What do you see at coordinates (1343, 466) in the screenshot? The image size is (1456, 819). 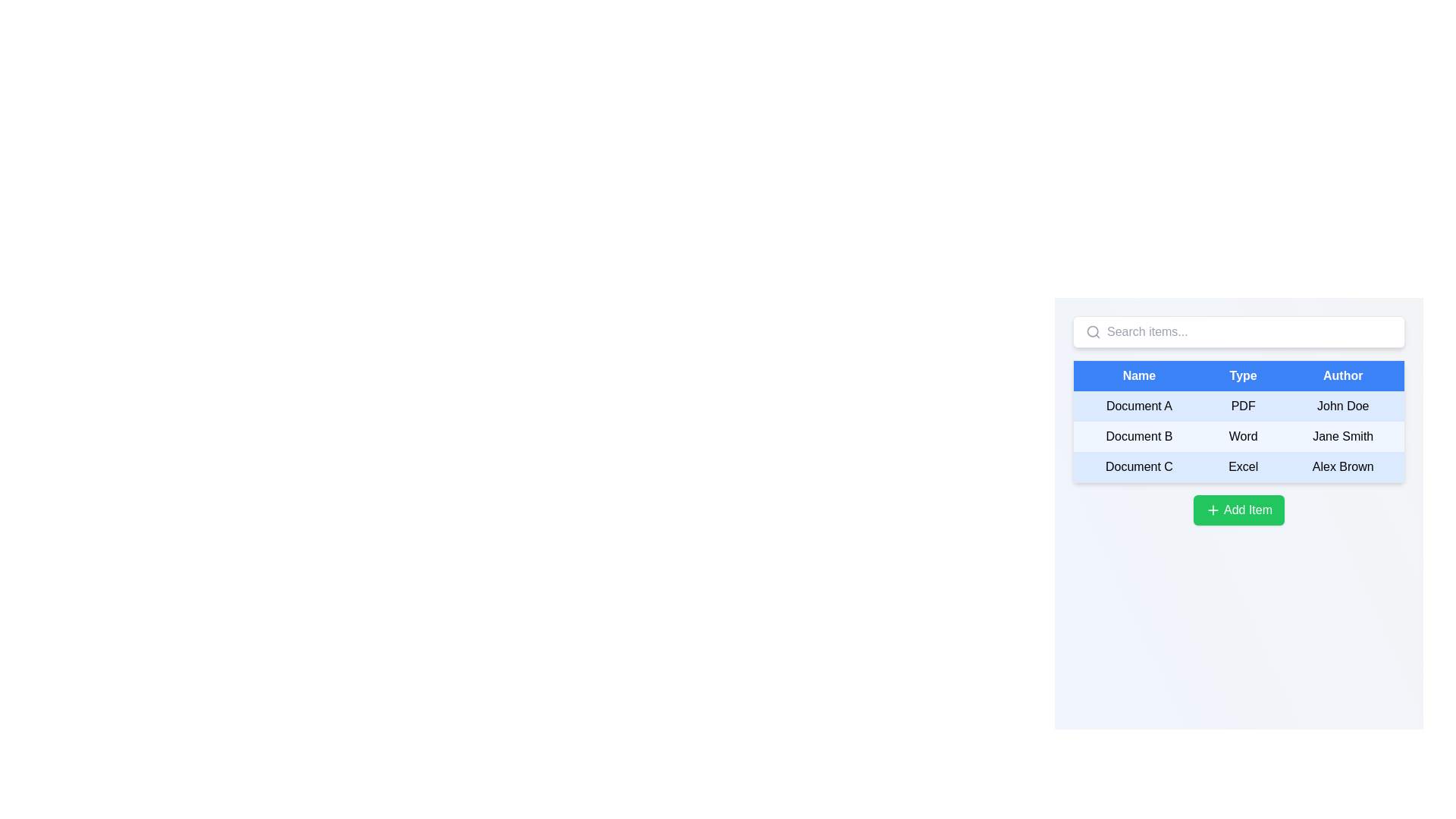 I see `the 'Alex Brown' text display in the third row of the 'Author' column in the data table` at bounding box center [1343, 466].